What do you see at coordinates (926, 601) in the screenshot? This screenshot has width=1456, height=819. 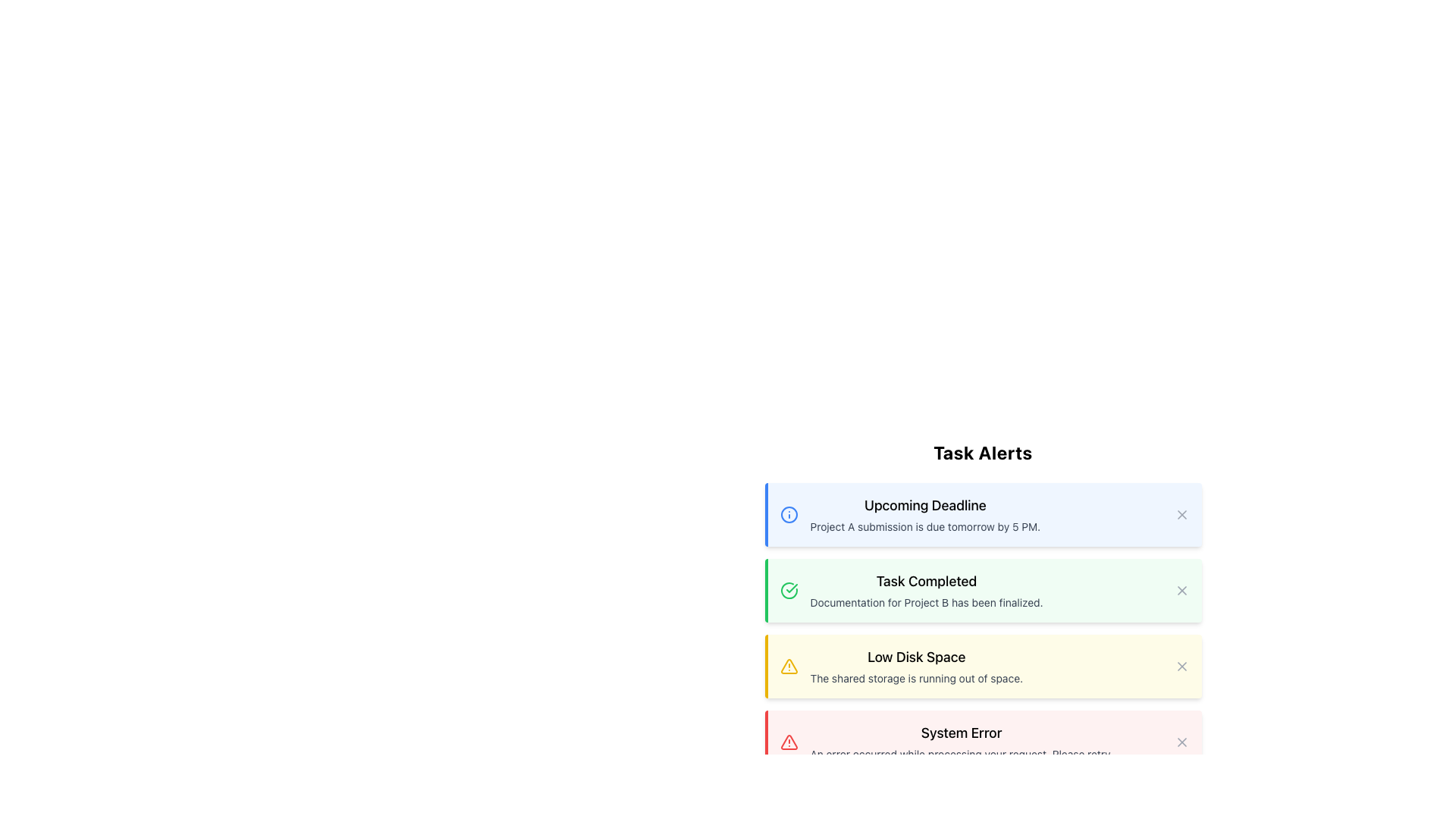 I see `descriptive text indicating that the documentation for Project B has been finalized, located within the second notification card below the 'Task Completed' title` at bounding box center [926, 601].